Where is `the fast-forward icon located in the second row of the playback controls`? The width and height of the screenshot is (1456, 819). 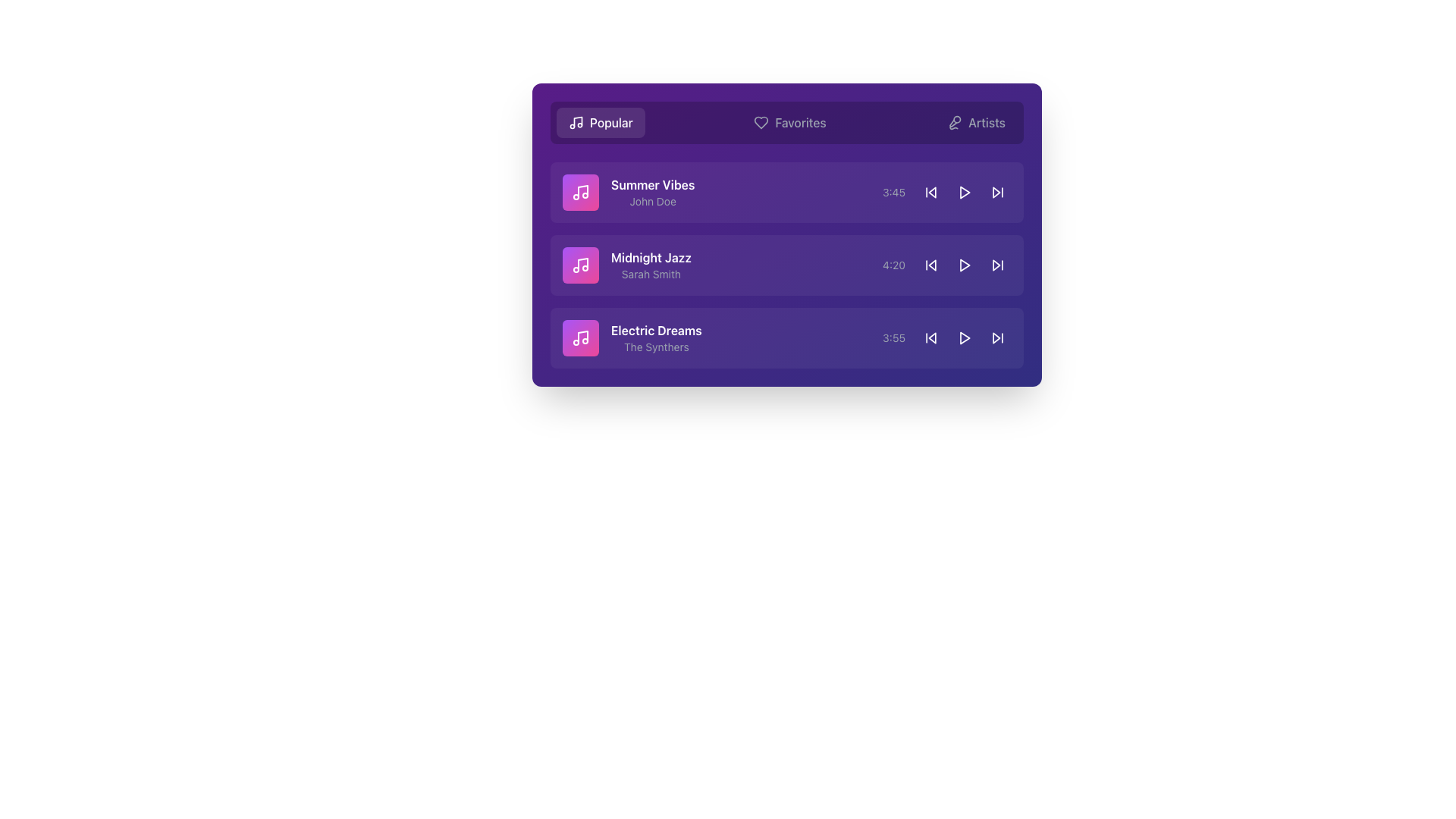
the fast-forward icon located in the second row of the playback controls is located at coordinates (996, 265).